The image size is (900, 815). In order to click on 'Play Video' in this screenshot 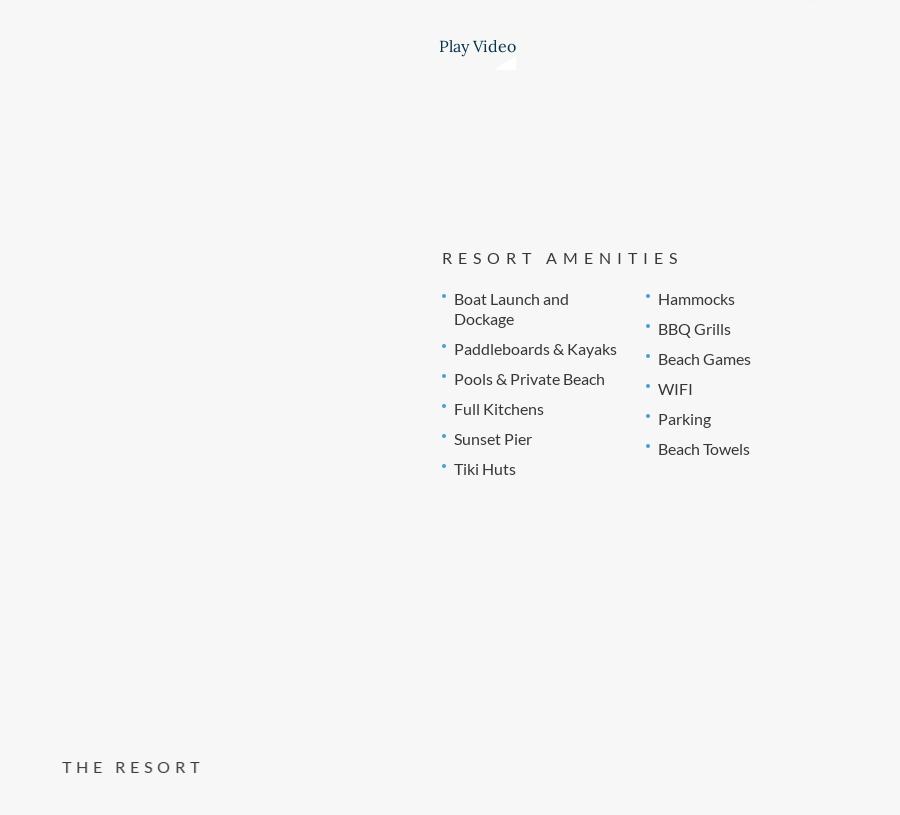, I will do `click(476, 44)`.